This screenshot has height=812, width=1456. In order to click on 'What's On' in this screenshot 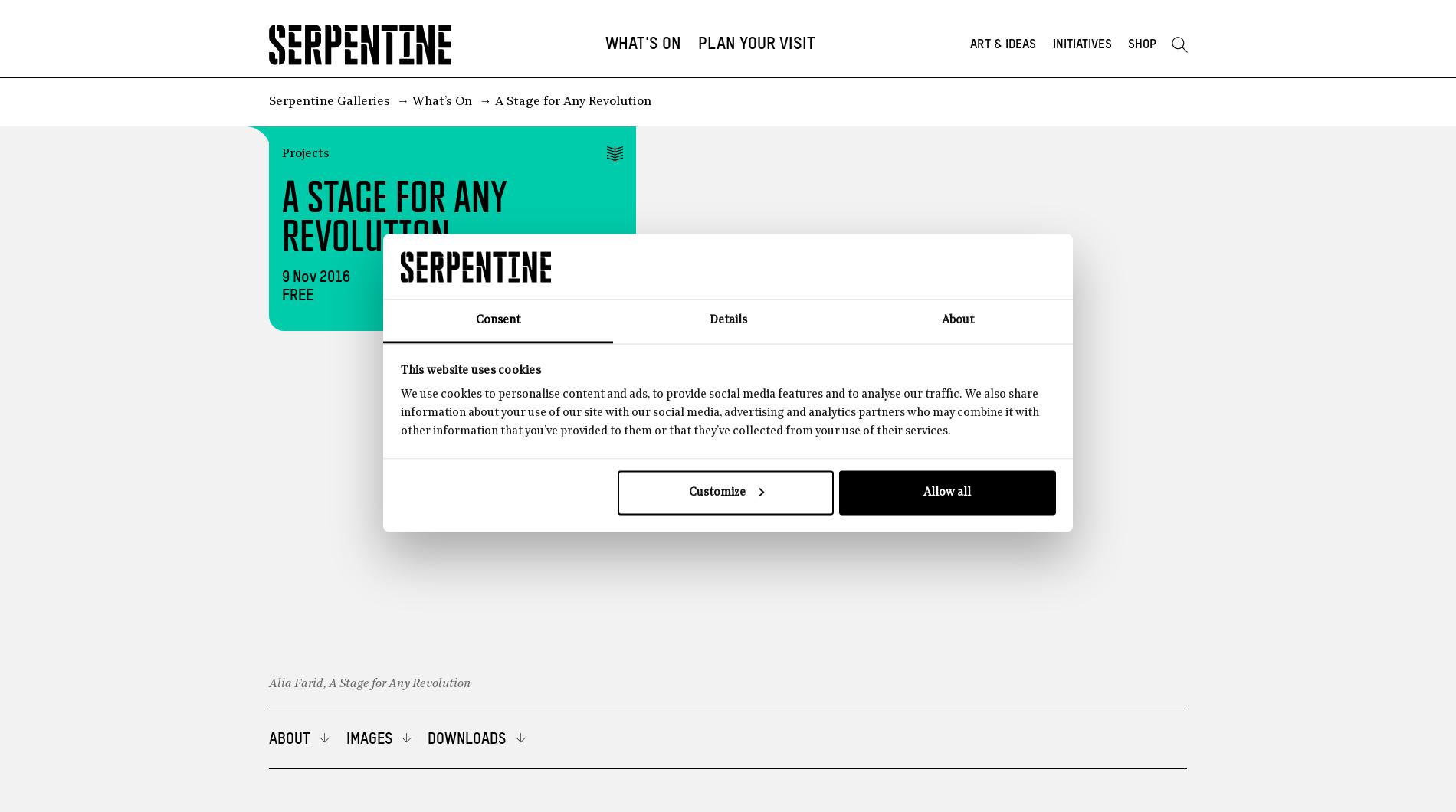, I will do `click(642, 44)`.